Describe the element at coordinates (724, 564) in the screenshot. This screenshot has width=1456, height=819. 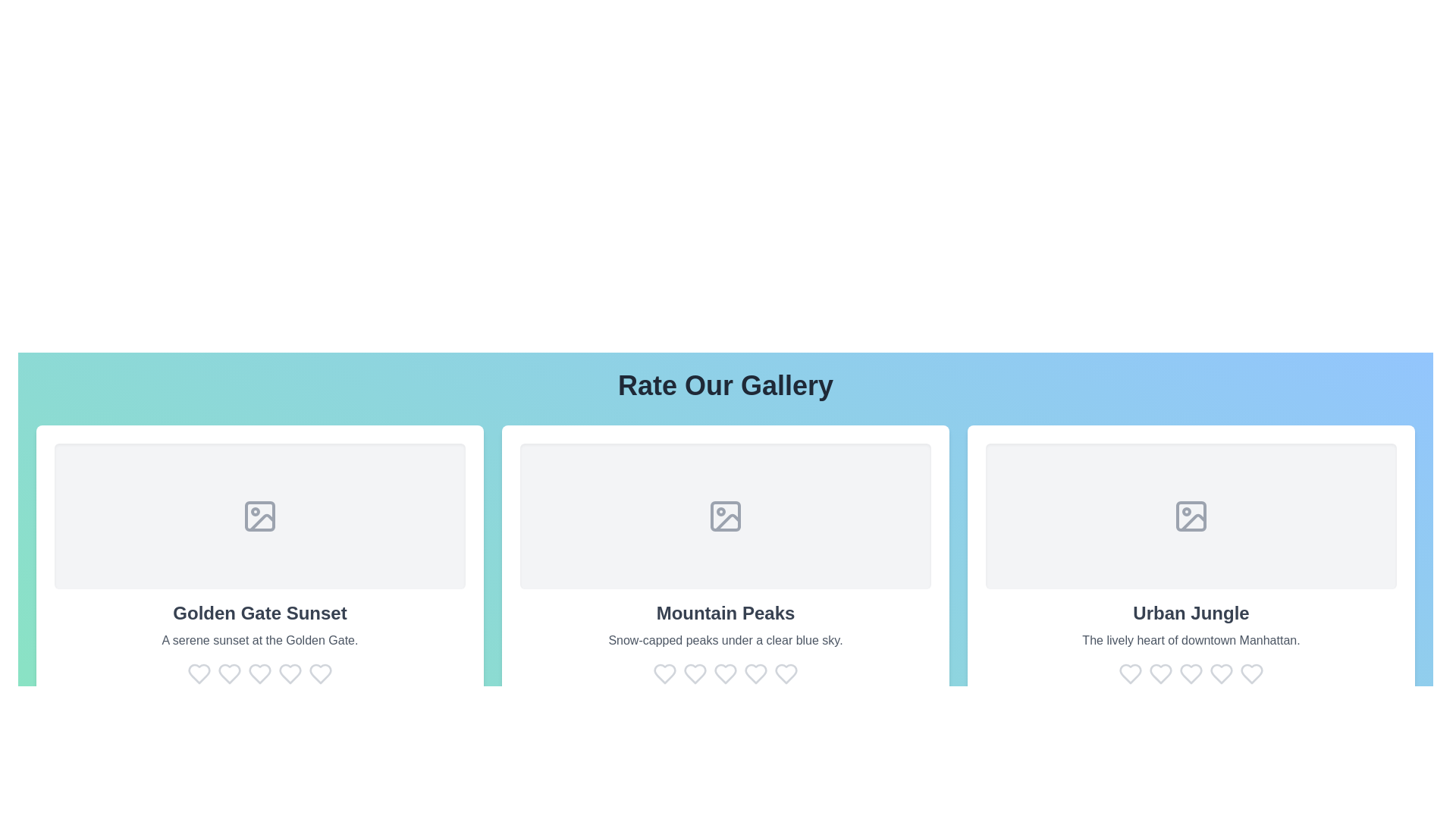
I see `the gallery item Mountain Peaks` at that location.